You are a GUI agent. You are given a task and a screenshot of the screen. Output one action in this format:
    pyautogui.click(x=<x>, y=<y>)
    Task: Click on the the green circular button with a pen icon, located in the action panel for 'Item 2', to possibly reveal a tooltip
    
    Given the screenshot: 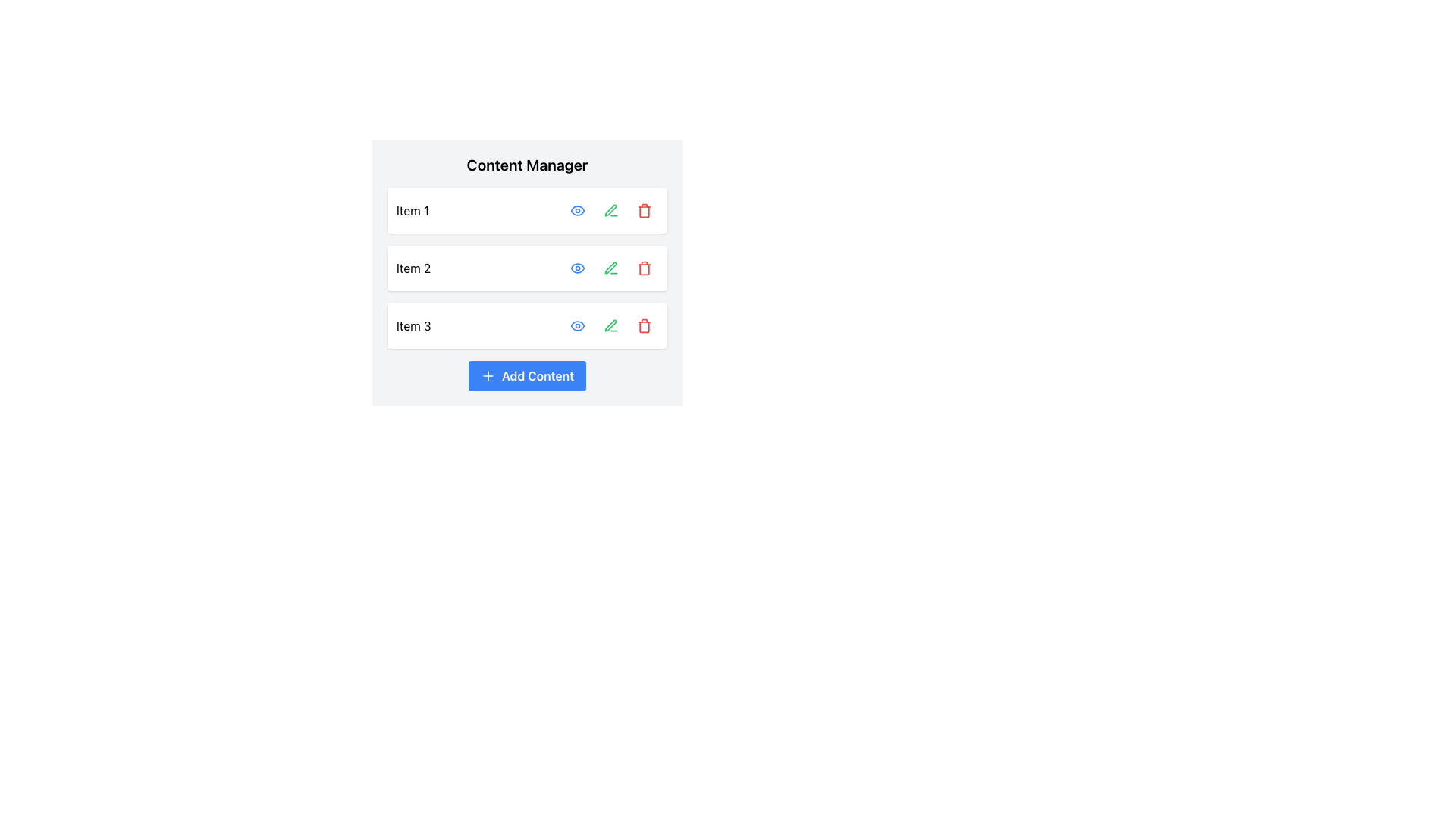 What is the action you would take?
    pyautogui.click(x=611, y=268)
    